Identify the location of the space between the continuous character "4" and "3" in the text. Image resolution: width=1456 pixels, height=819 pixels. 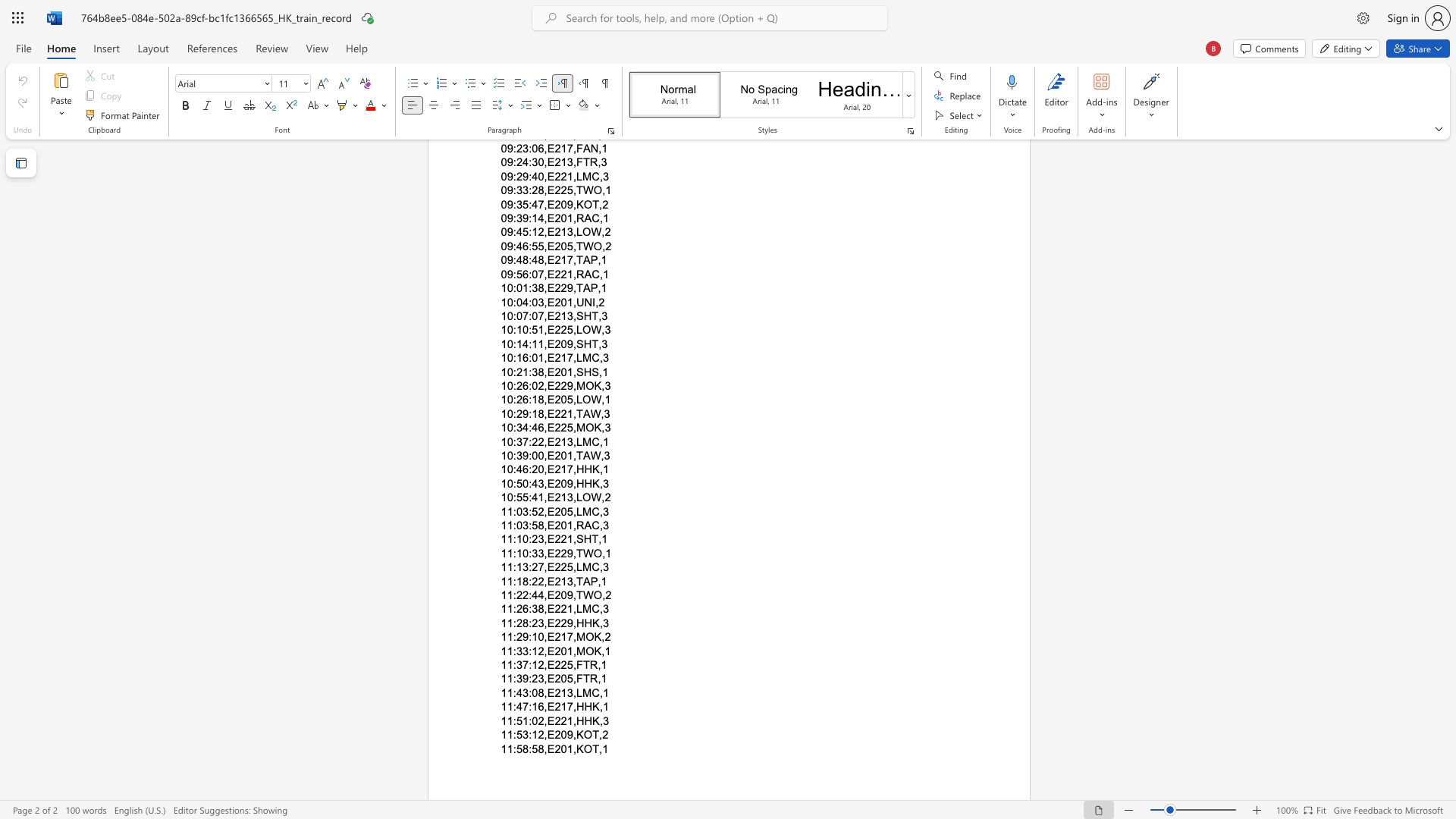
(538, 483).